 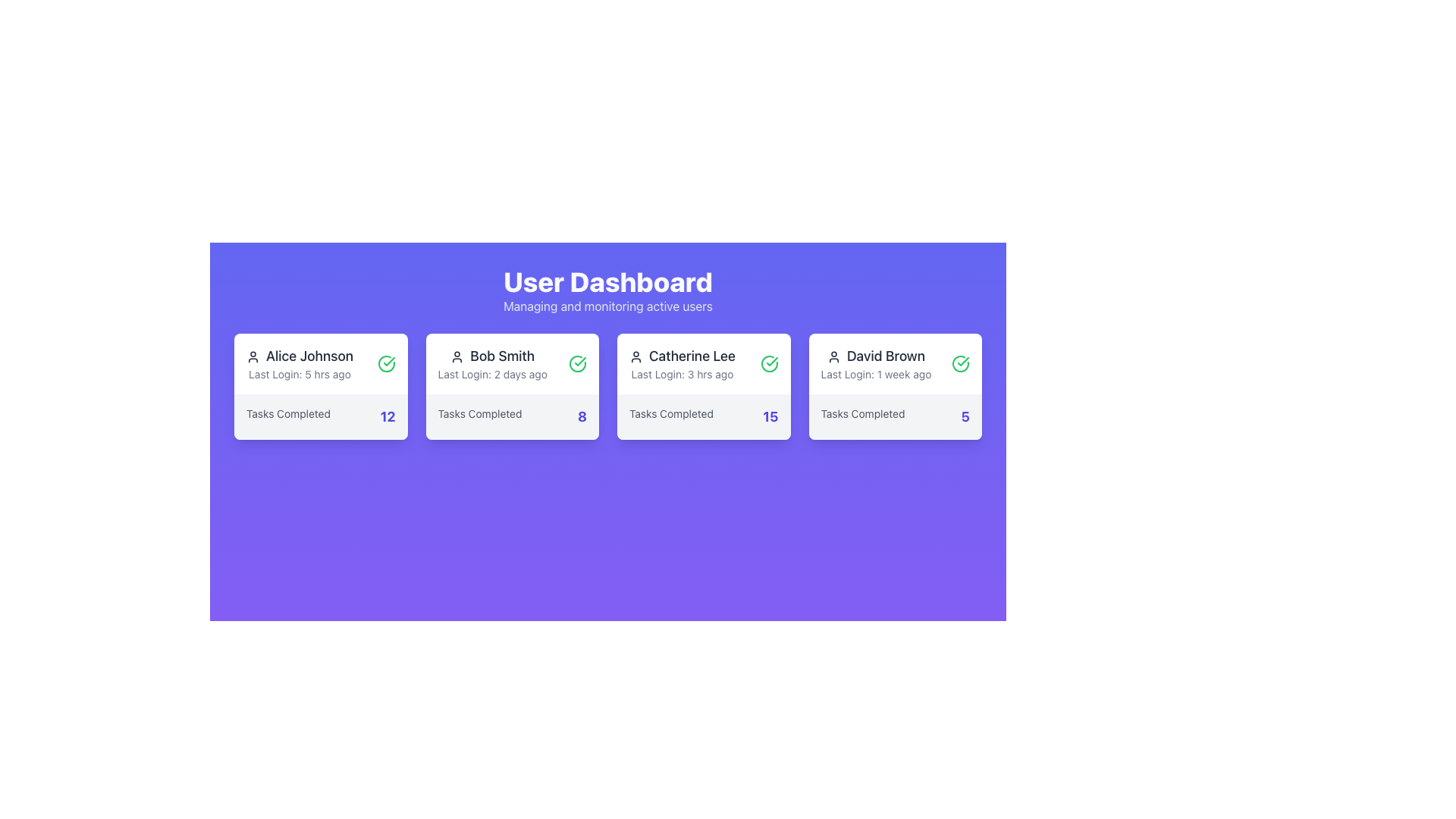 I want to click on the circular graphic icon with a green tick mark located in the top-right corner of the third card labeled 'Catherine Lee' in the User Dashboard, so click(x=769, y=363).